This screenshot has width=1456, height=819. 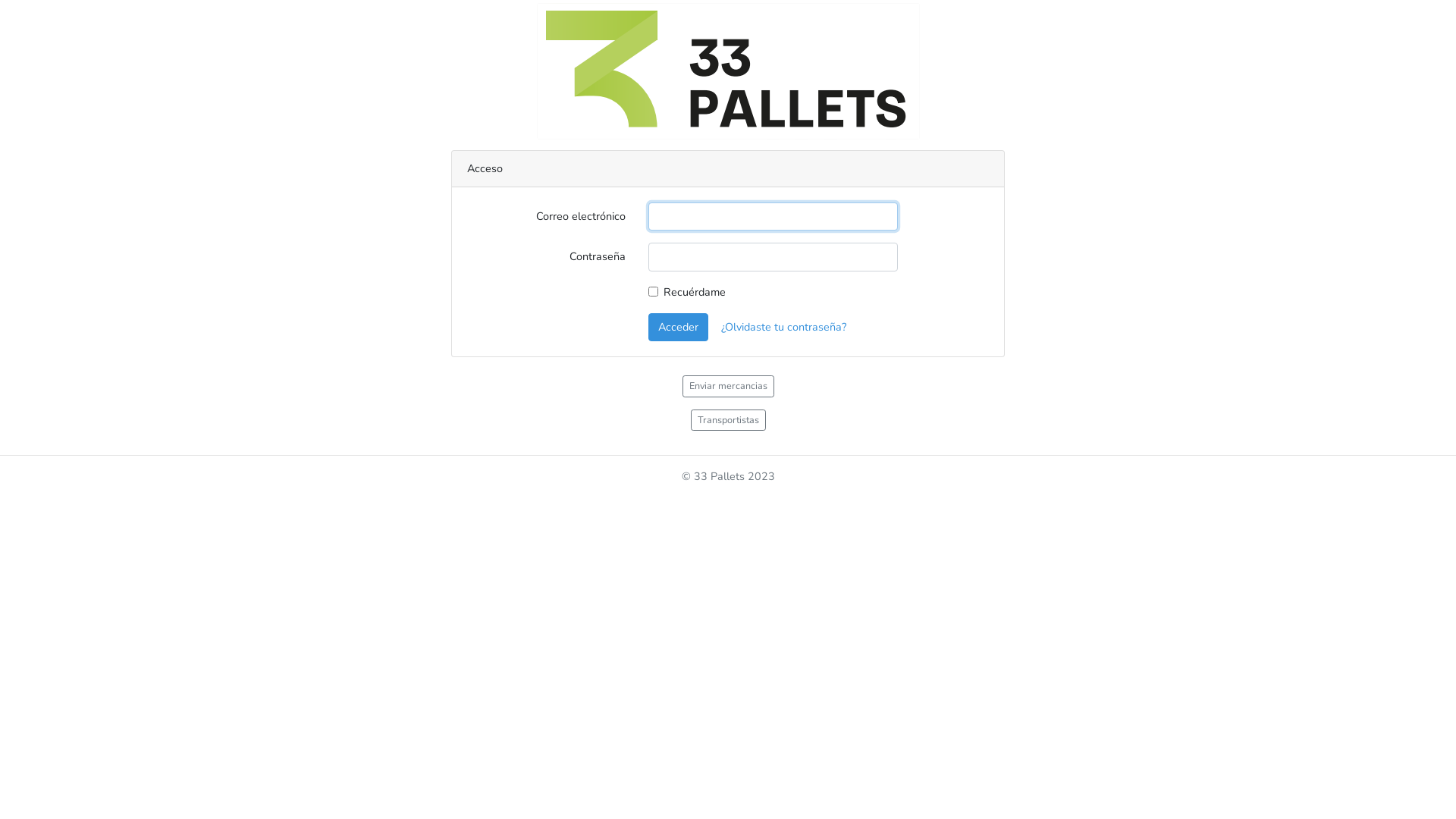 I want to click on 'Acceder', so click(x=648, y=326).